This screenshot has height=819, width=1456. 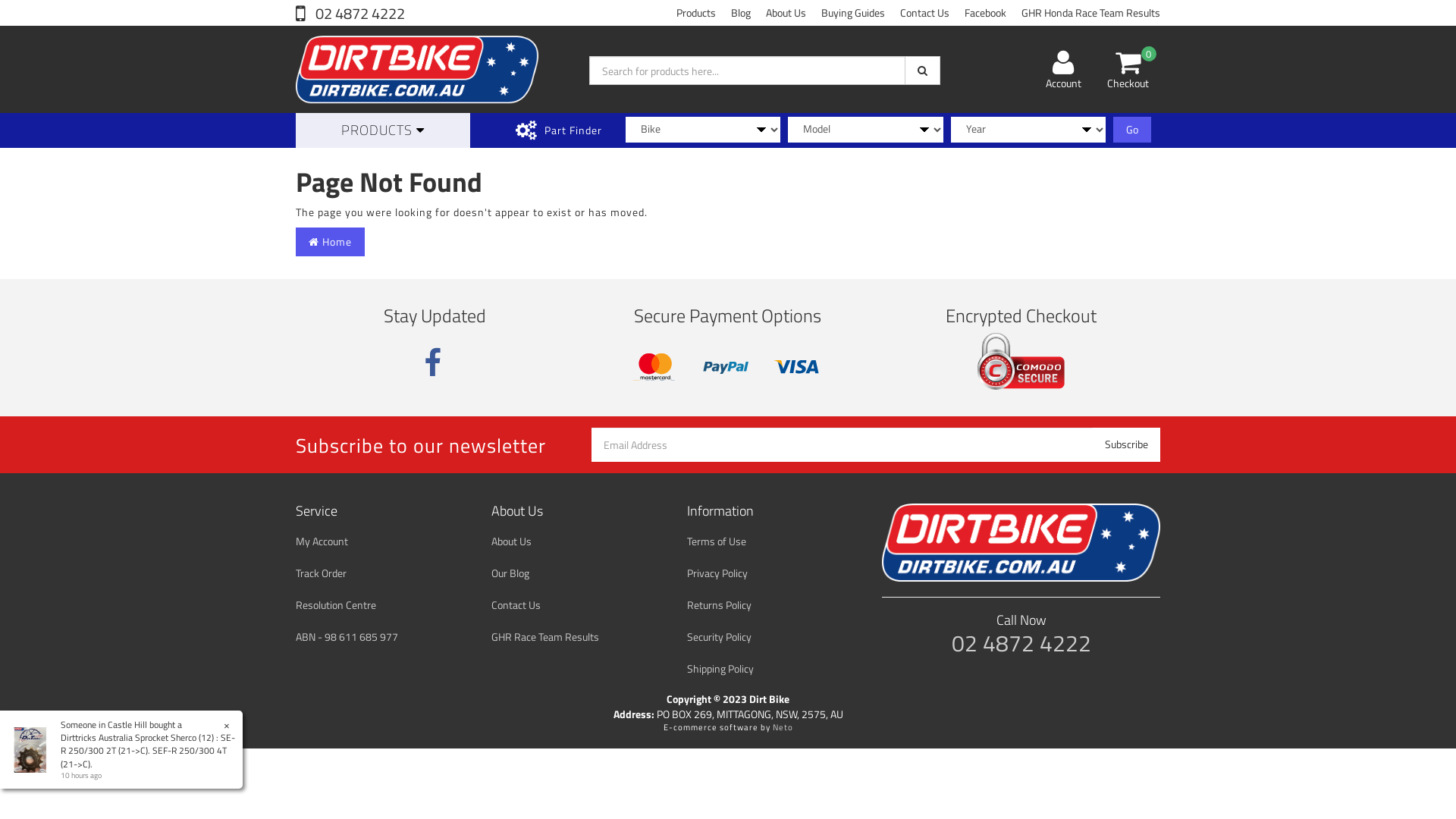 I want to click on '0, so click(x=1128, y=70).